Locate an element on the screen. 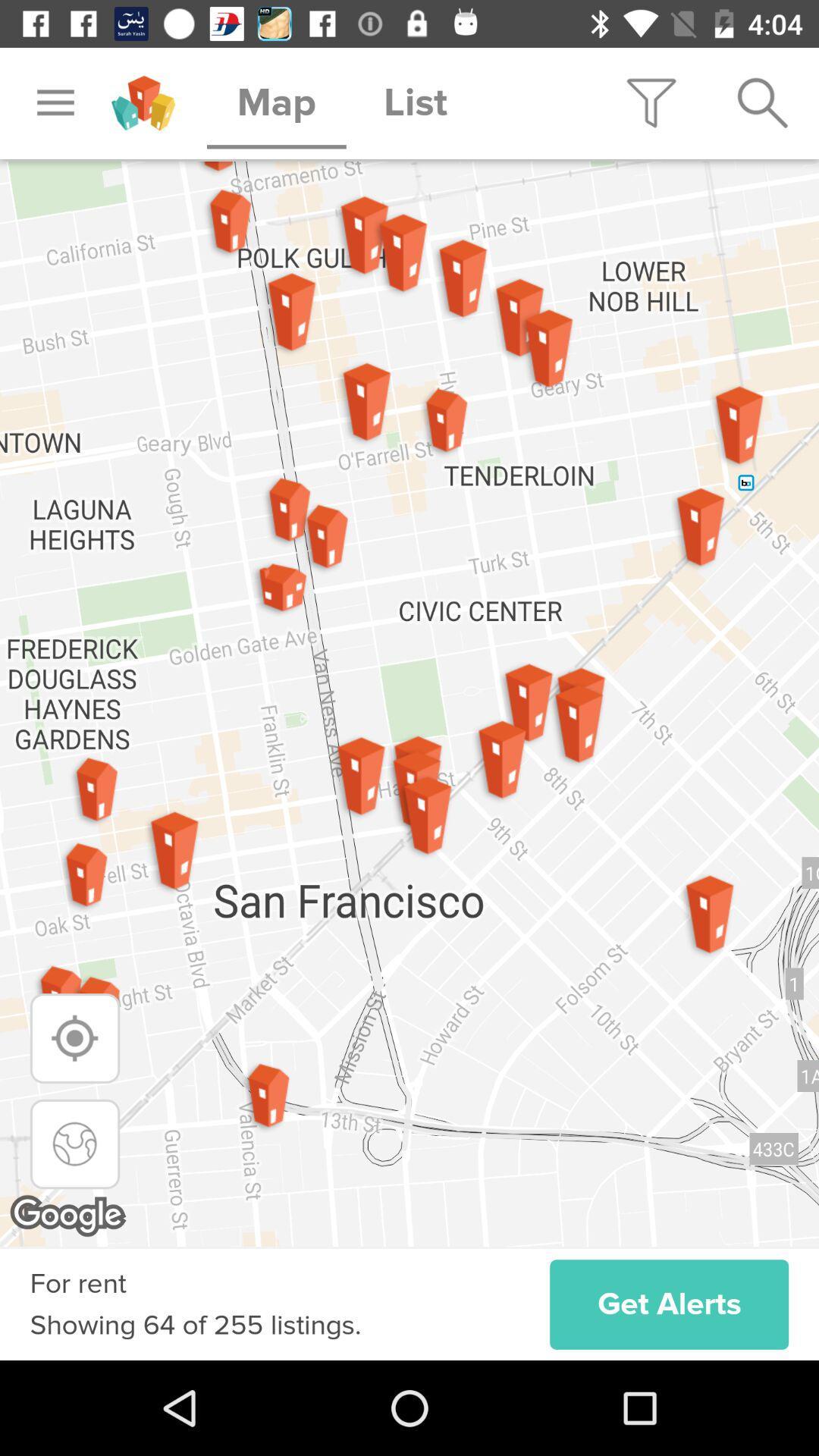 This screenshot has height=1456, width=819. icon next to the list item is located at coordinates (651, 102).